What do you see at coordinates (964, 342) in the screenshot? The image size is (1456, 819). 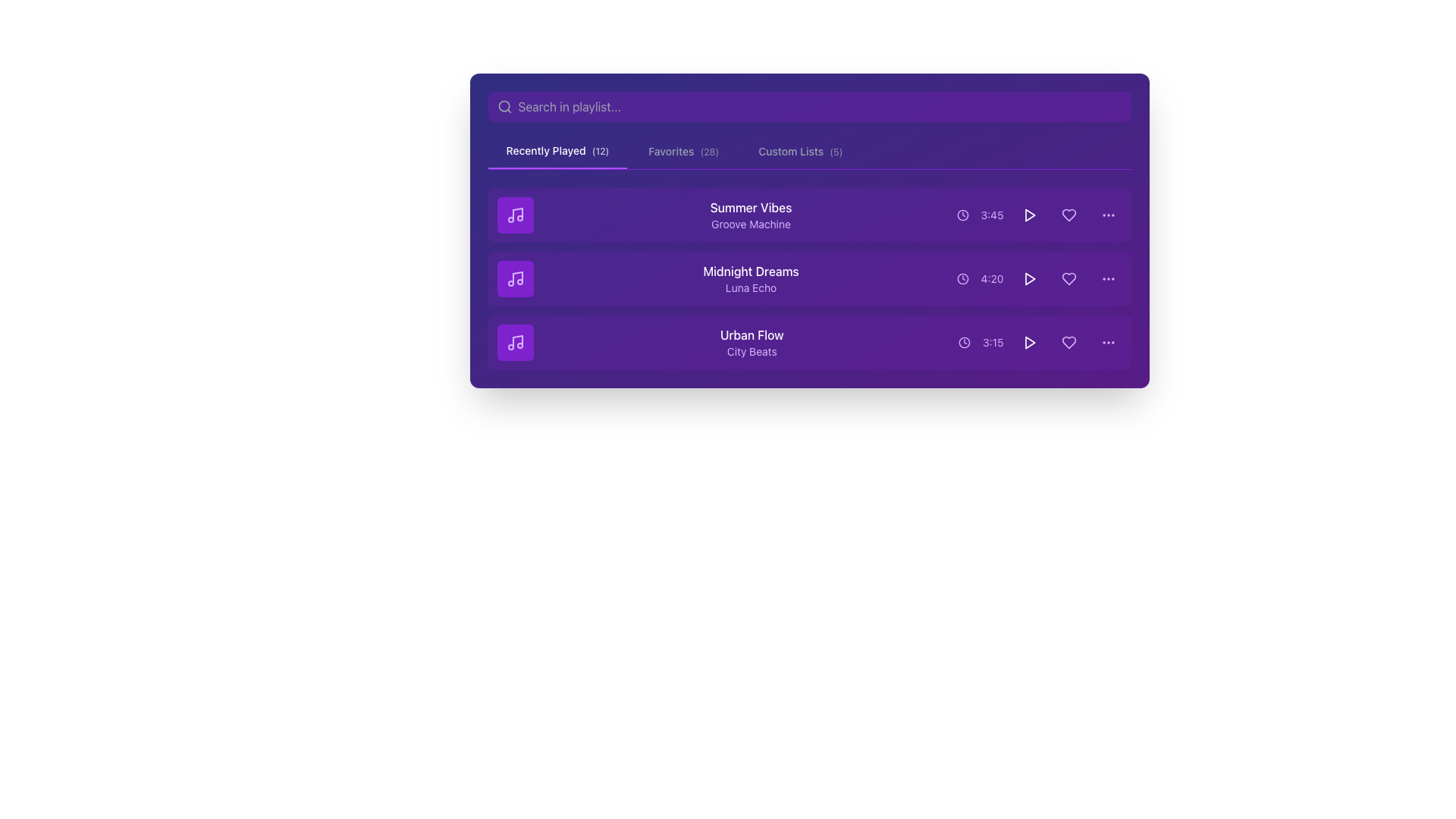 I see `the circular clock icon with a minimalist design, which is faint purple in color and located to the left of the text '3:15' in the 'Urban Flow' song entry row` at bounding box center [964, 342].